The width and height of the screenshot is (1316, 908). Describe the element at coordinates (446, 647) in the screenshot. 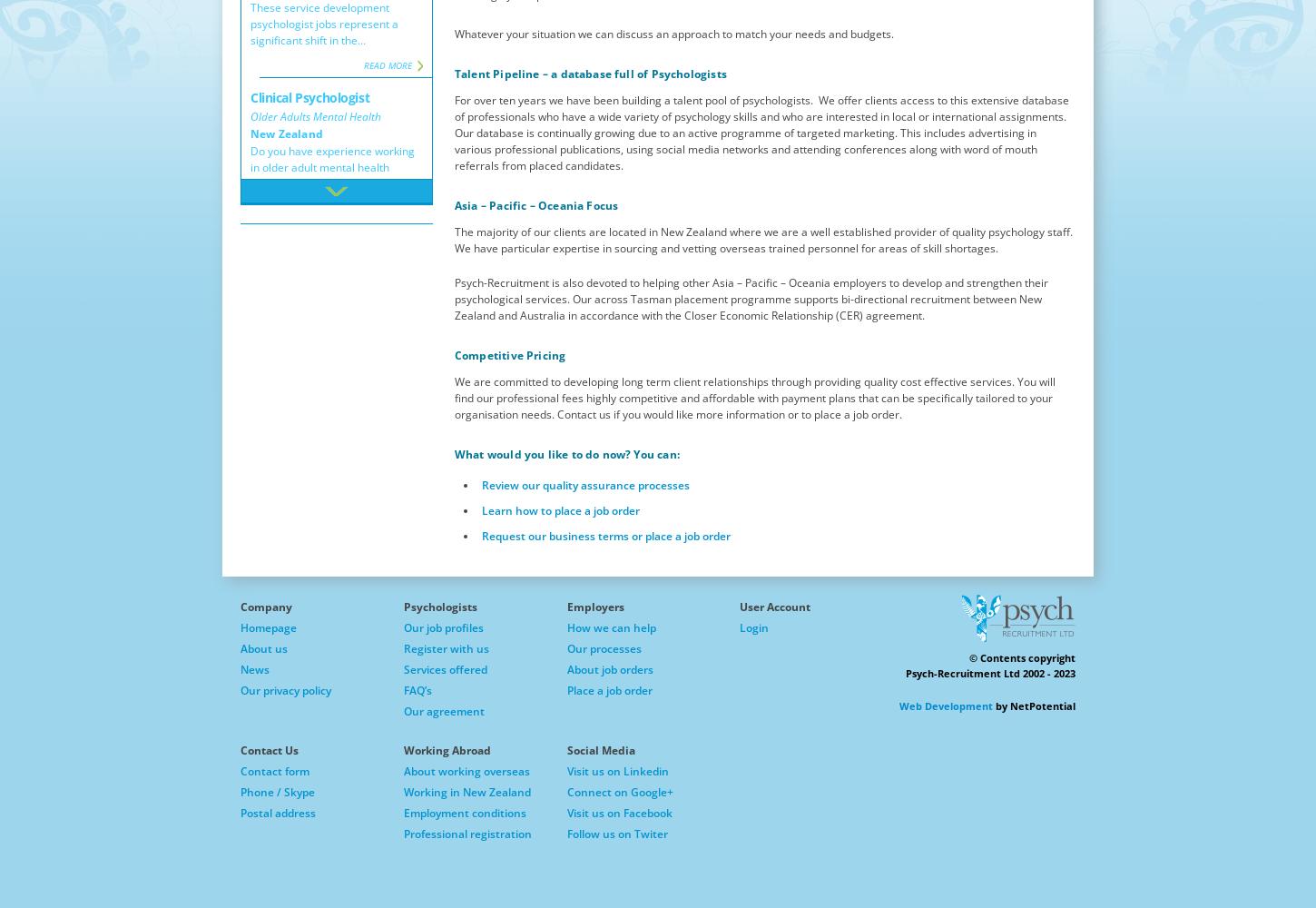

I see `'Register with us'` at that location.